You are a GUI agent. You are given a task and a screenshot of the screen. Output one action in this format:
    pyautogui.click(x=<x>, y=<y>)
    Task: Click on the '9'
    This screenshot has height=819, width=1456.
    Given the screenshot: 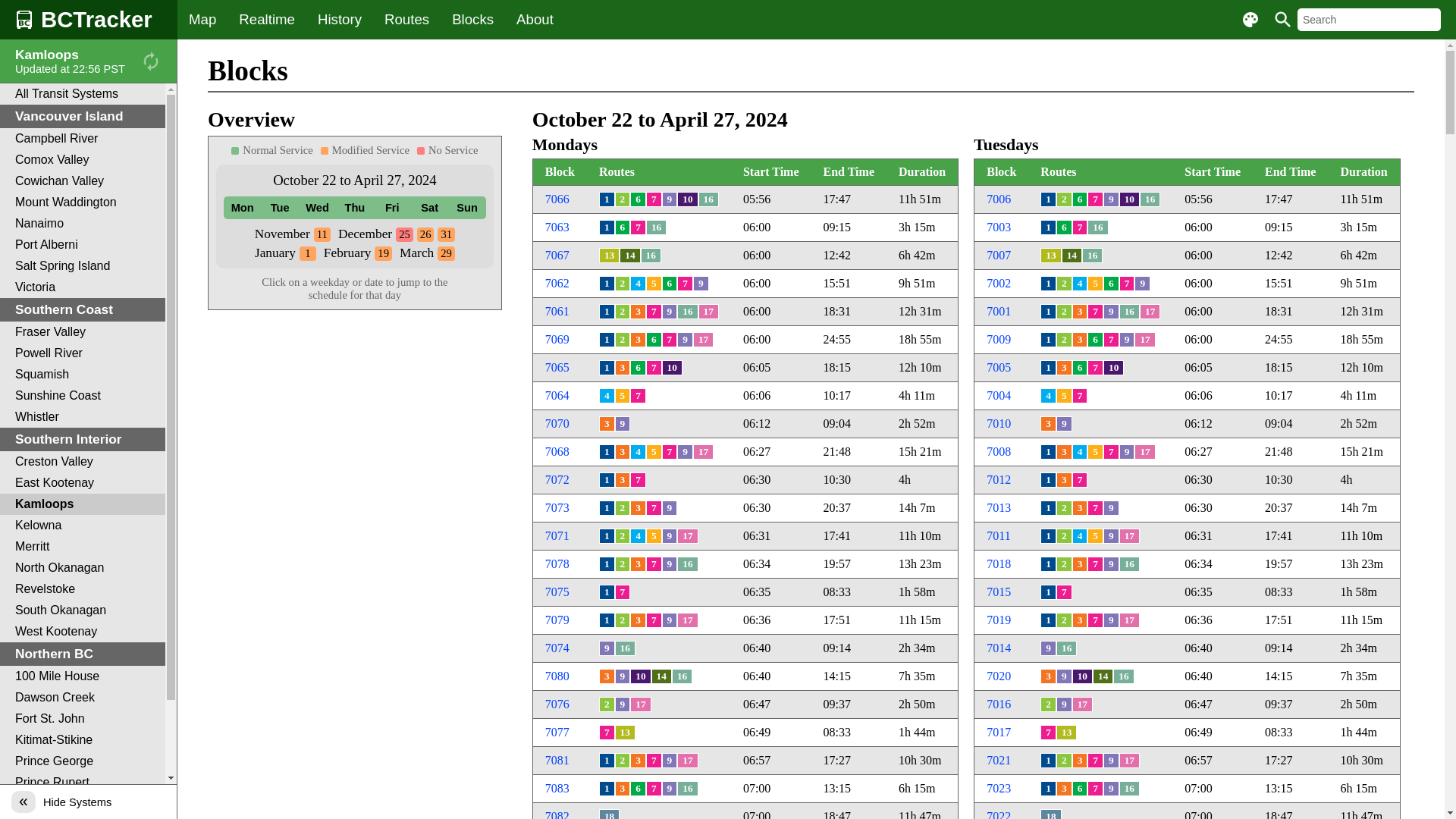 What is the action you would take?
    pyautogui.click(x=700, y=284)
    